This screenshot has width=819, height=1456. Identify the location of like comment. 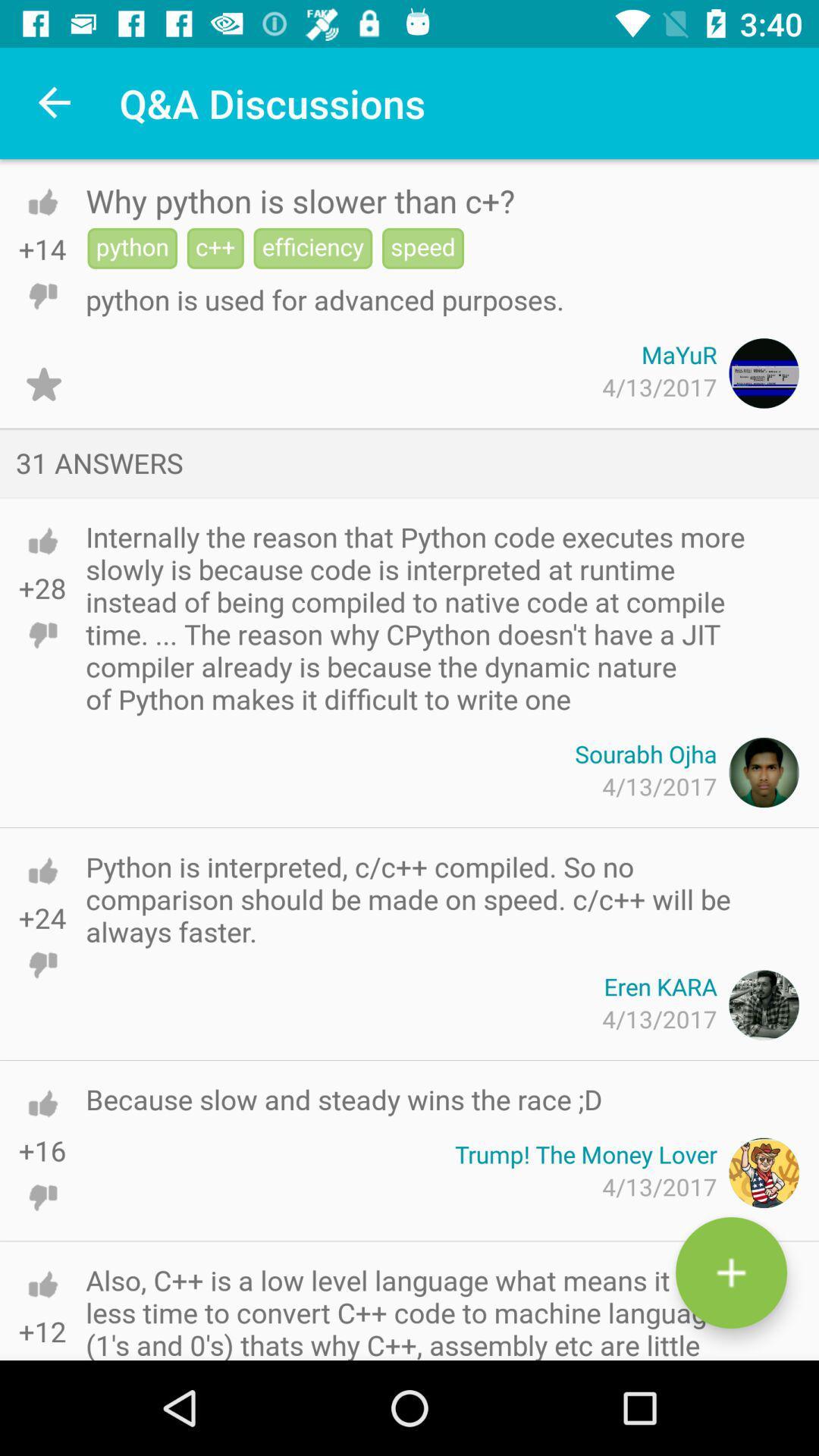
(42, 541).